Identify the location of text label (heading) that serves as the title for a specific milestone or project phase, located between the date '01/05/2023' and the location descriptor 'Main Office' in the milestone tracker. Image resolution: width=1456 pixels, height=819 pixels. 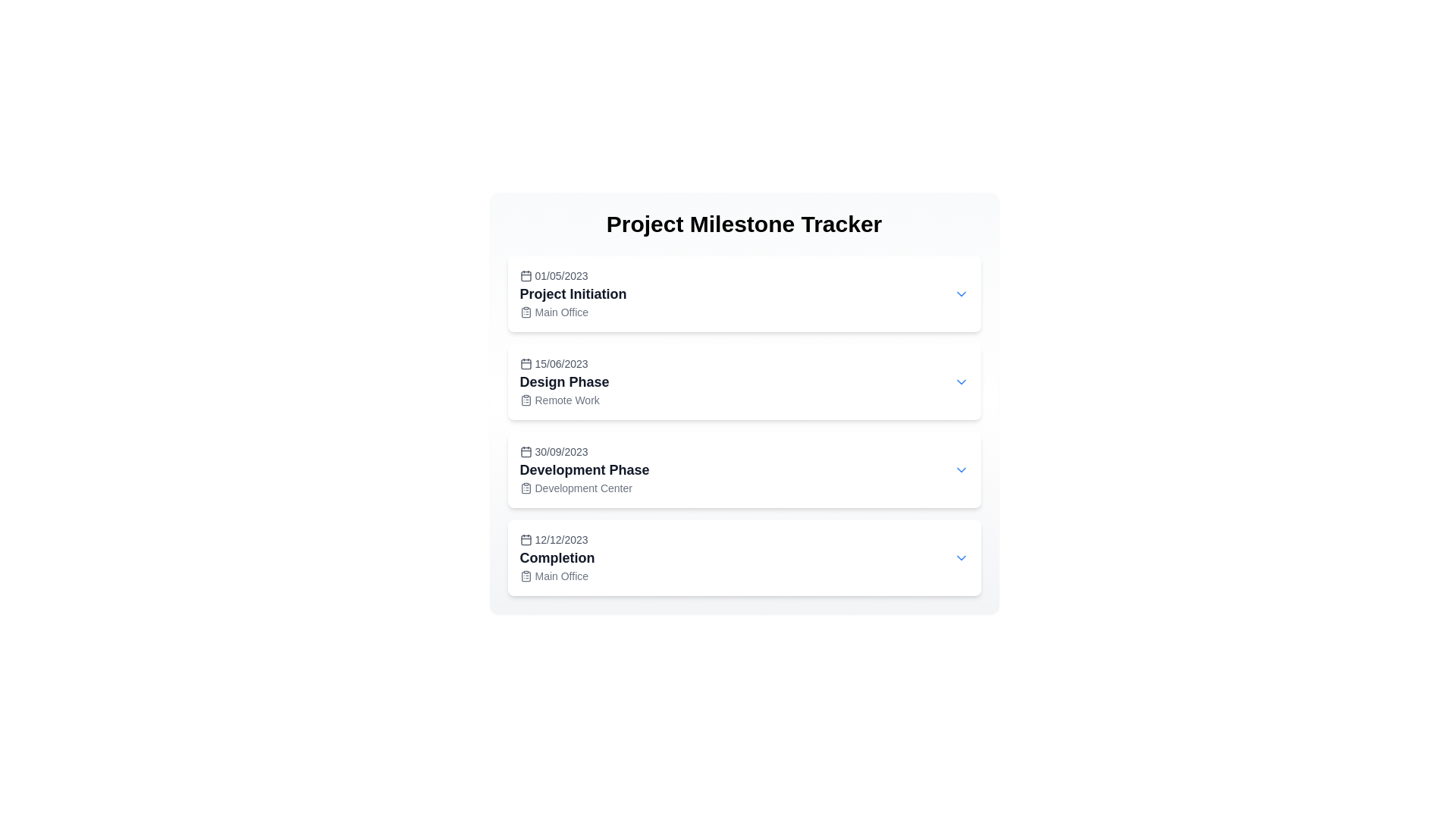
(573, 294).